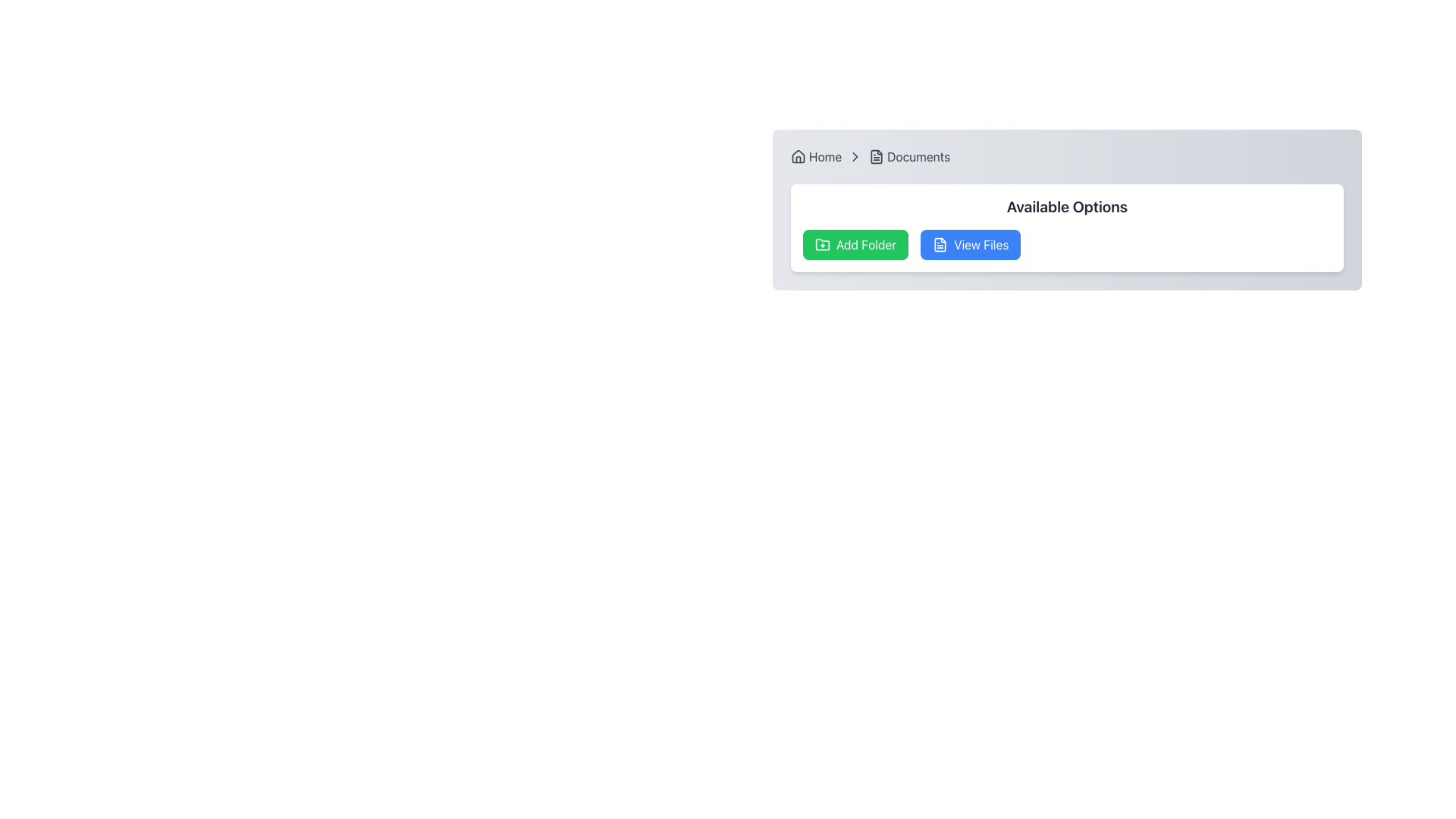  Describe the element at coordinates (824, 157) in the screenshot. I see `the 'Home' text label in the breadcrumb navigation bar` at that location.